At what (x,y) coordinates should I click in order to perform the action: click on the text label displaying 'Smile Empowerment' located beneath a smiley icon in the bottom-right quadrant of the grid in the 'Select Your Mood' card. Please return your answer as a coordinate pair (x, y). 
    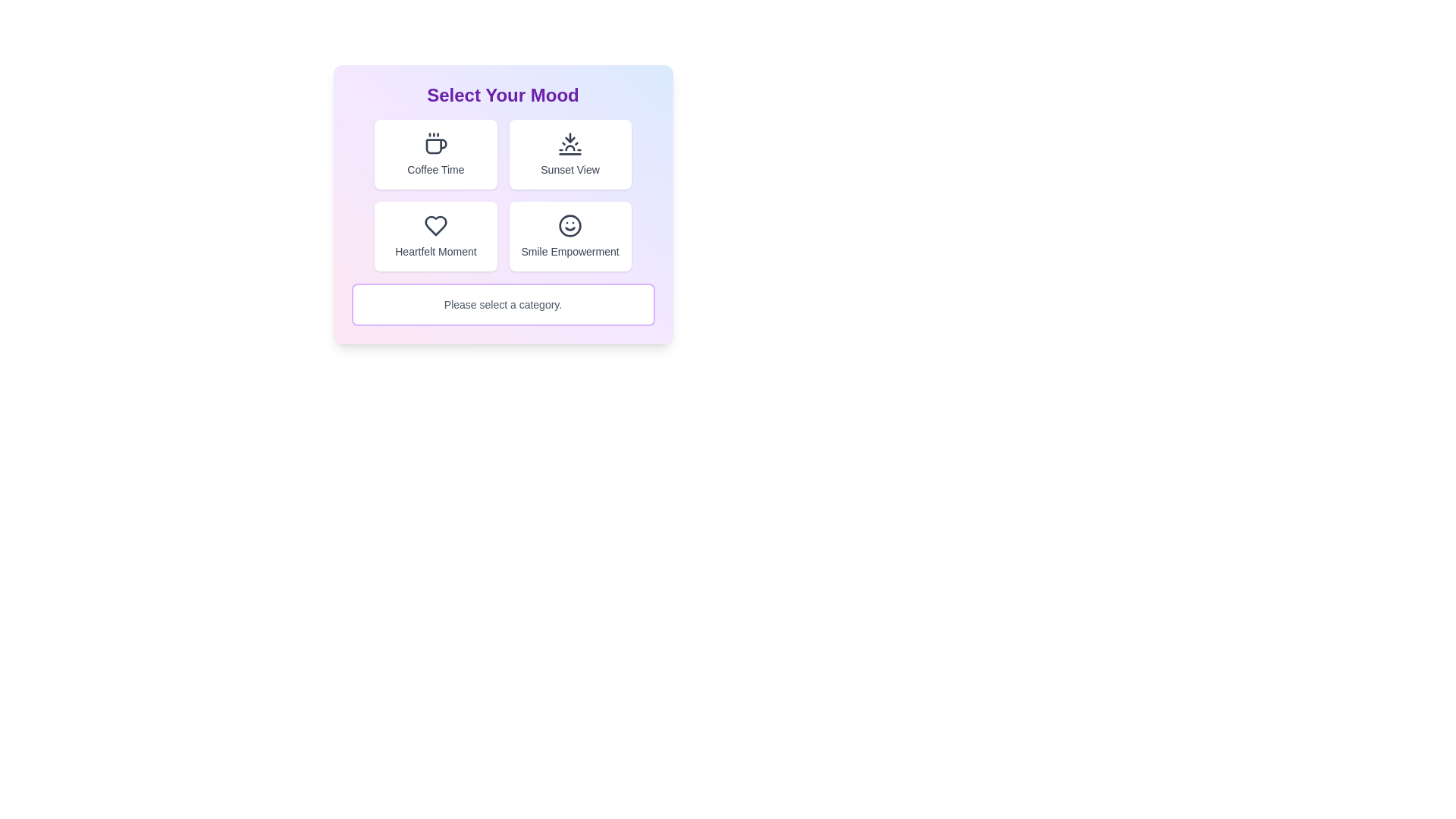
    Looking at the image, I should click on (570, 250).